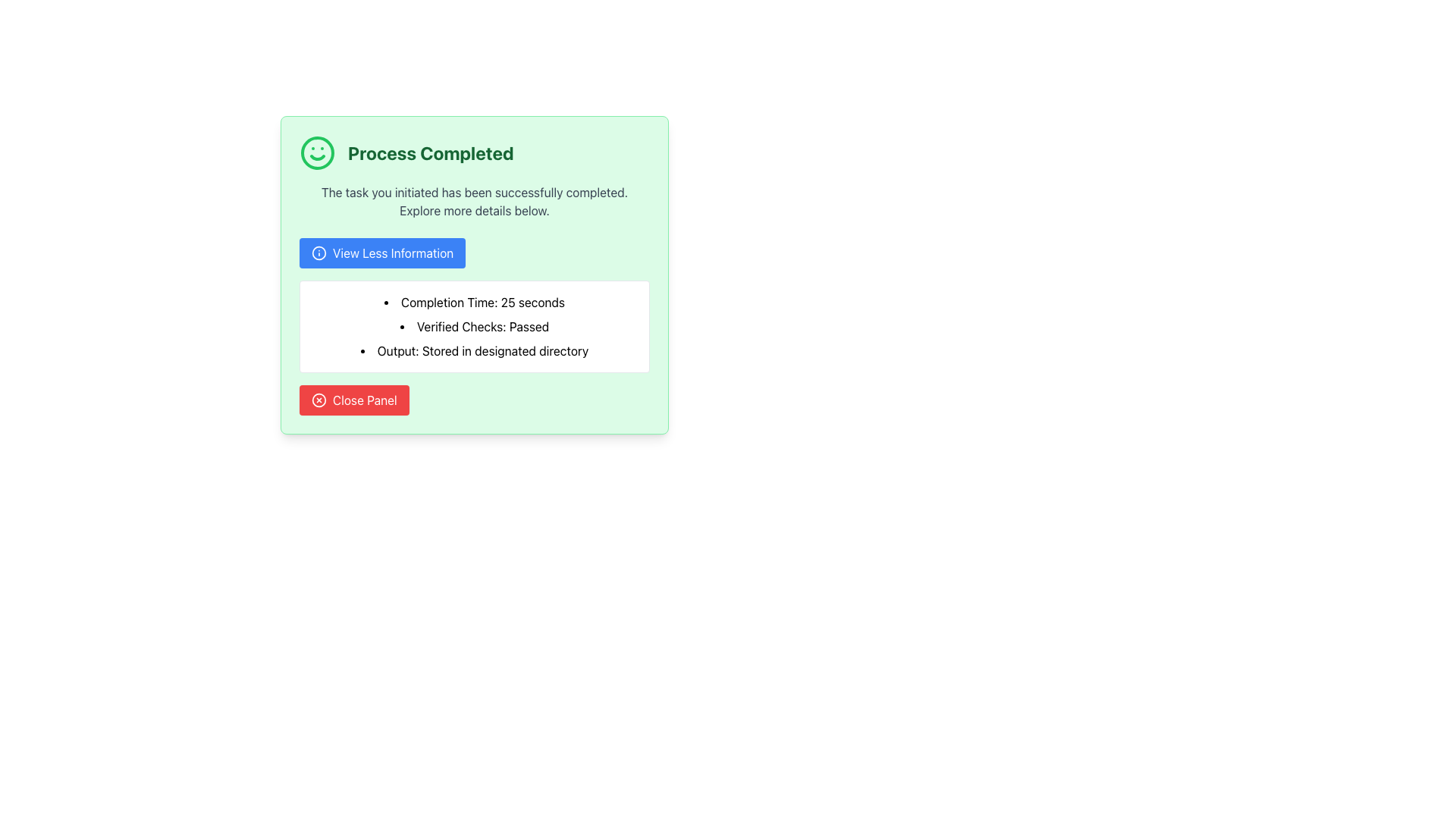 This screenshot has height=819, width=1456. Describe the element at coordinates (473, 152) in the screenshot. I see `the Status Message Group that displays a green smiley face icon and bold text 'Process Completed', indicating a success message` at that location.